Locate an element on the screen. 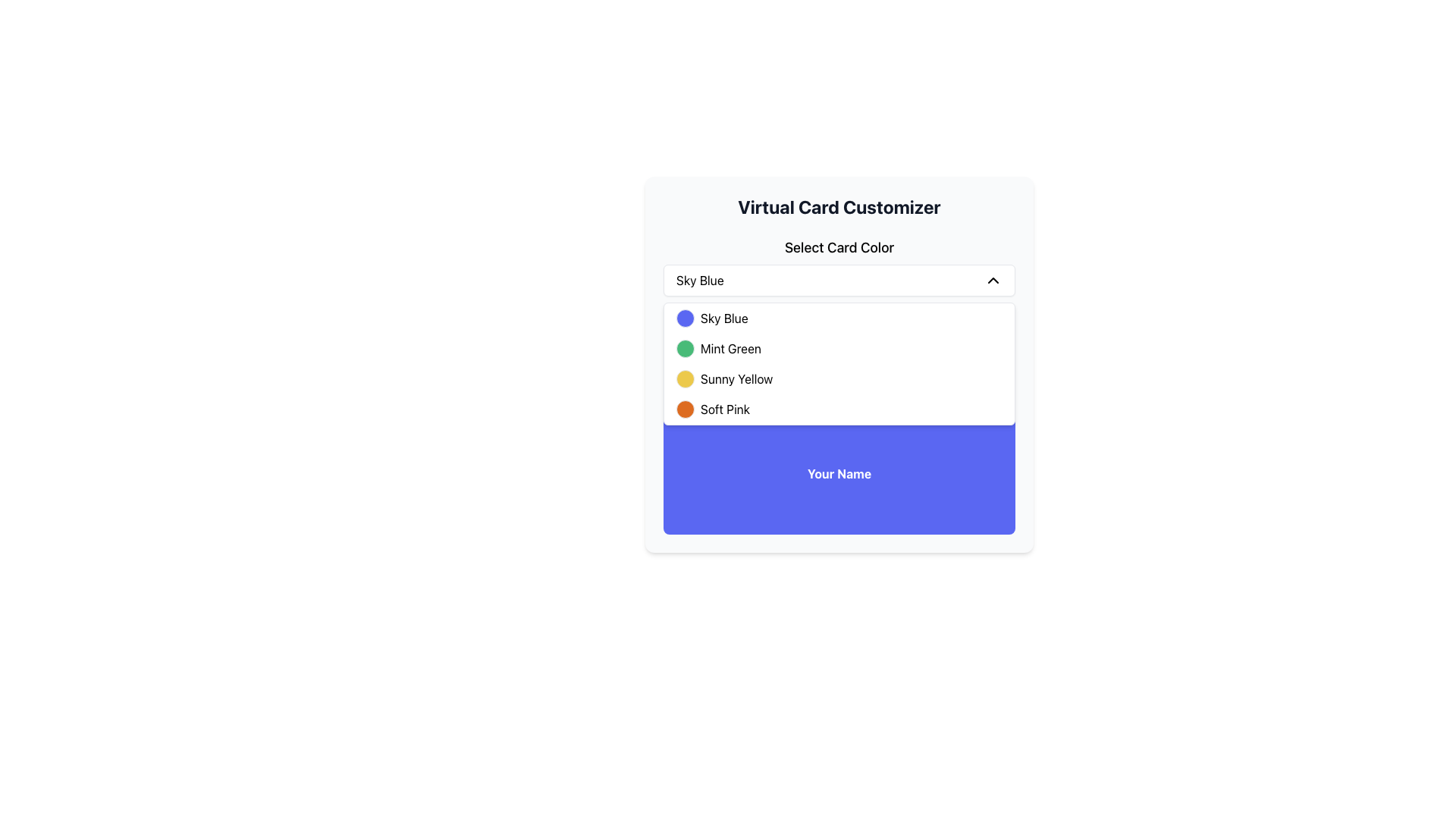 This screenshot has height=819, width=1456. the yellow color indicator, which is a circular graphic located to the left of the 'Sunny Yellow' label in the dropdown menu under 'Select Card Color' is located at coordinates (684, 378).